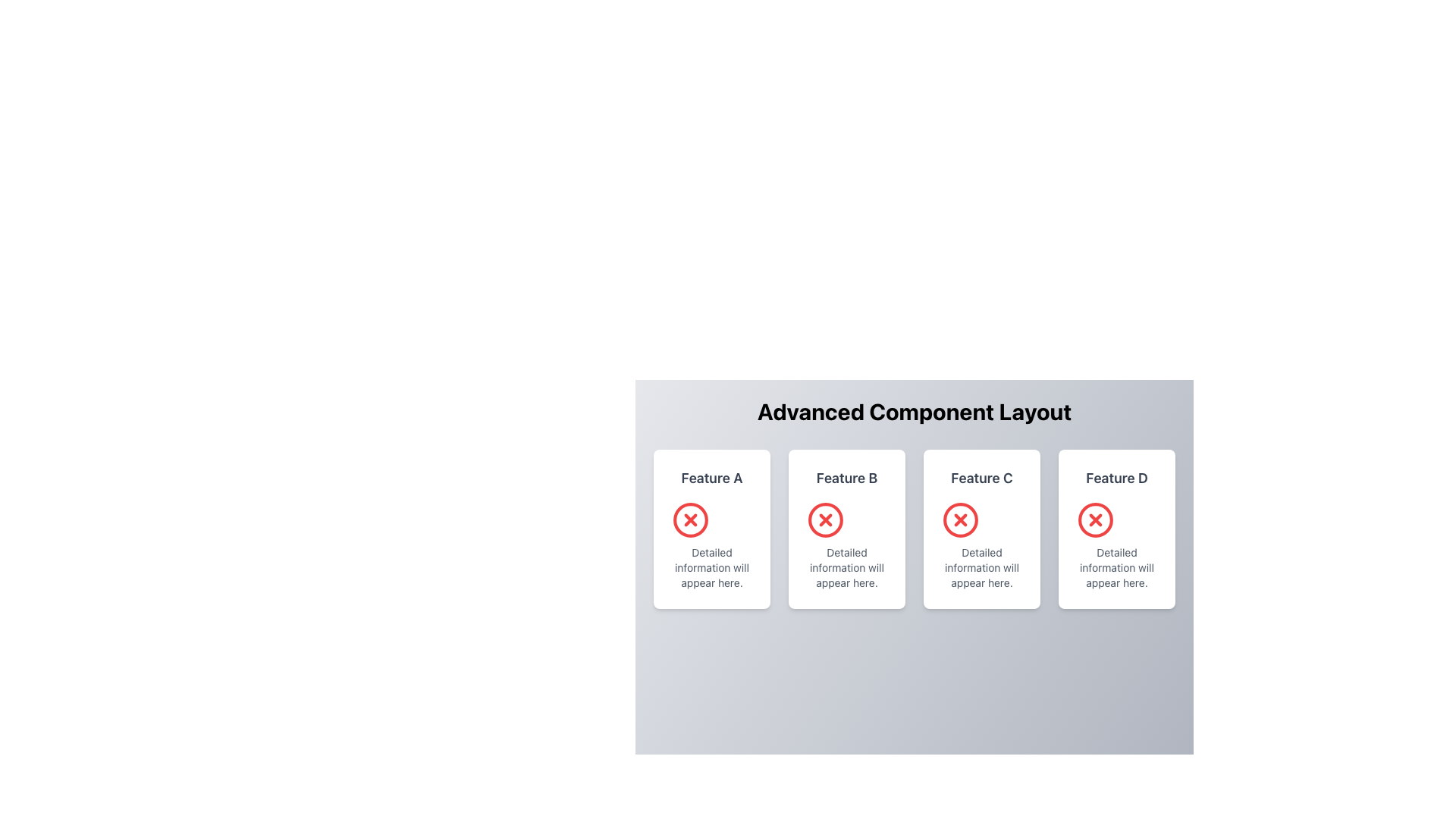 The height and width of the screenshot is (819, 1456). What do you see at coordinates (960, 519) in the screenshot?
I see `the error or dismissal indicator icon located in the 'Feature C' section, positioned between the title 'Feature C' and the descriptive text 'Detailed information will appear here.'` at bounding box center [960, 519].